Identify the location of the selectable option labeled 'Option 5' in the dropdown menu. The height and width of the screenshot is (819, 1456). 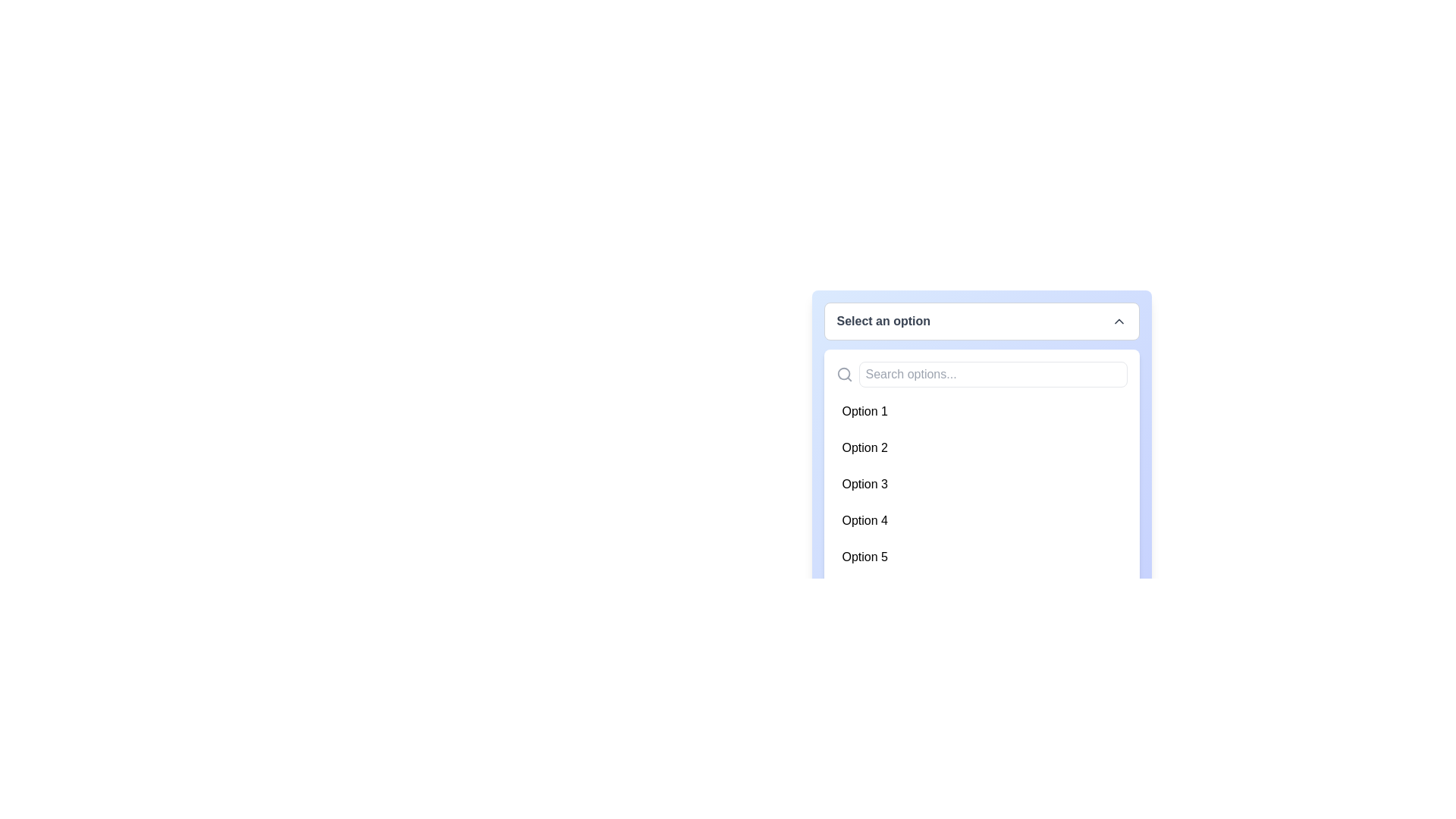
(864, 557).